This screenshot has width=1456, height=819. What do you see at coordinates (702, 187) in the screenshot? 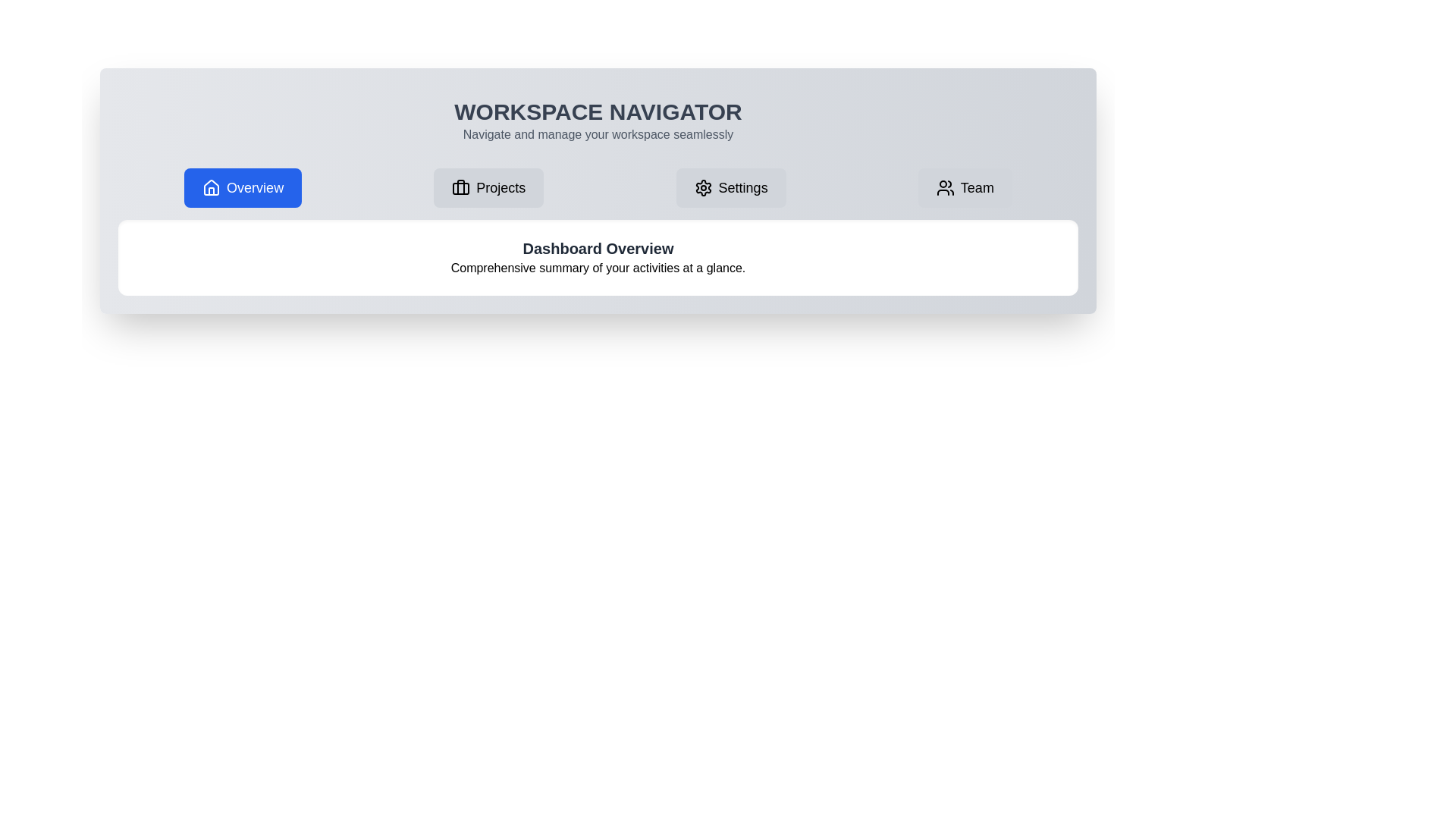
I see `the gear-like settings icon located in the 'Settings' section of the navigation bar` at bounding box center [702, 187].